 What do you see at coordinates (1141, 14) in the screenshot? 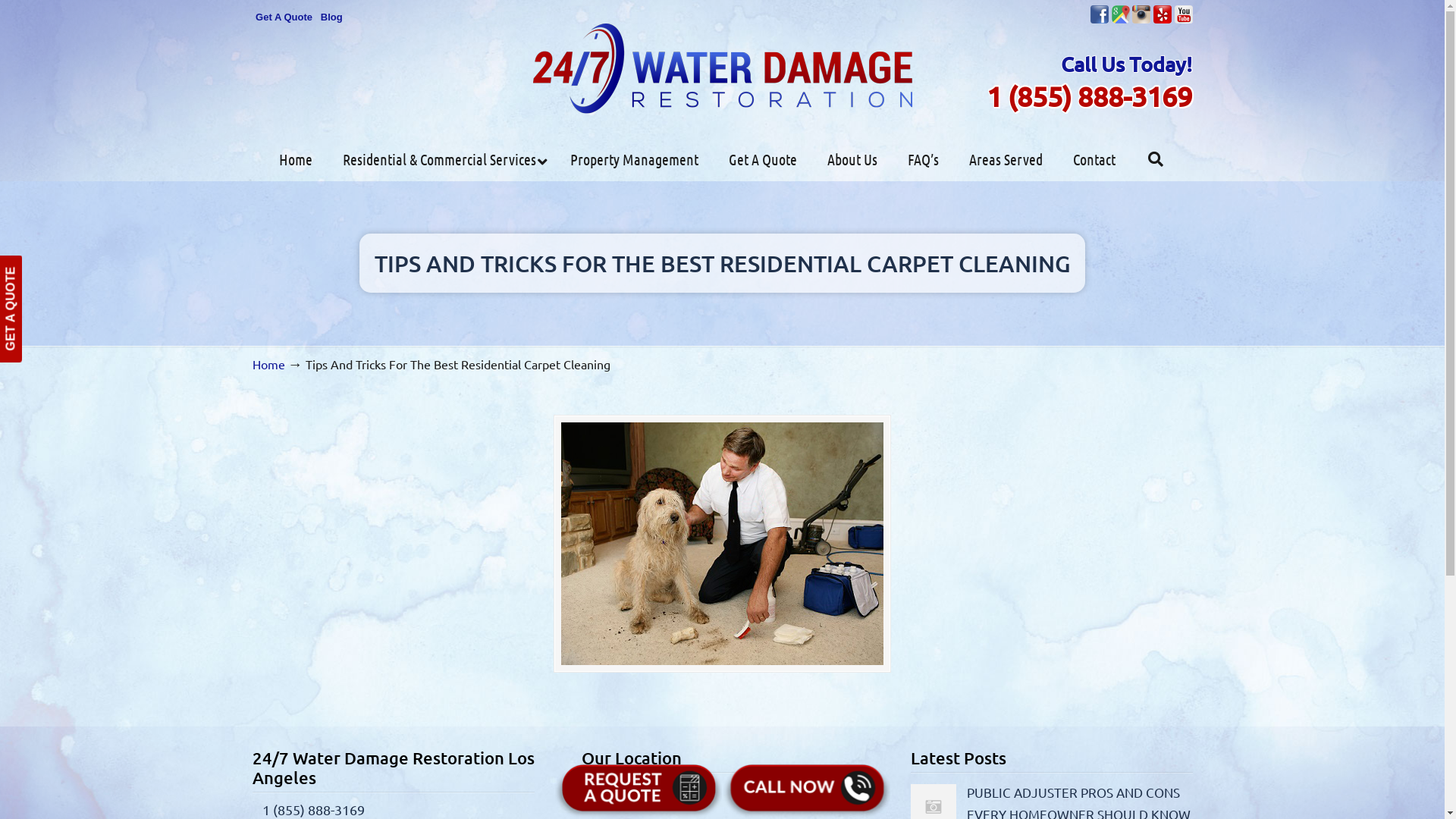
I see `'Instagram'` at bounding box center [1141, 14].